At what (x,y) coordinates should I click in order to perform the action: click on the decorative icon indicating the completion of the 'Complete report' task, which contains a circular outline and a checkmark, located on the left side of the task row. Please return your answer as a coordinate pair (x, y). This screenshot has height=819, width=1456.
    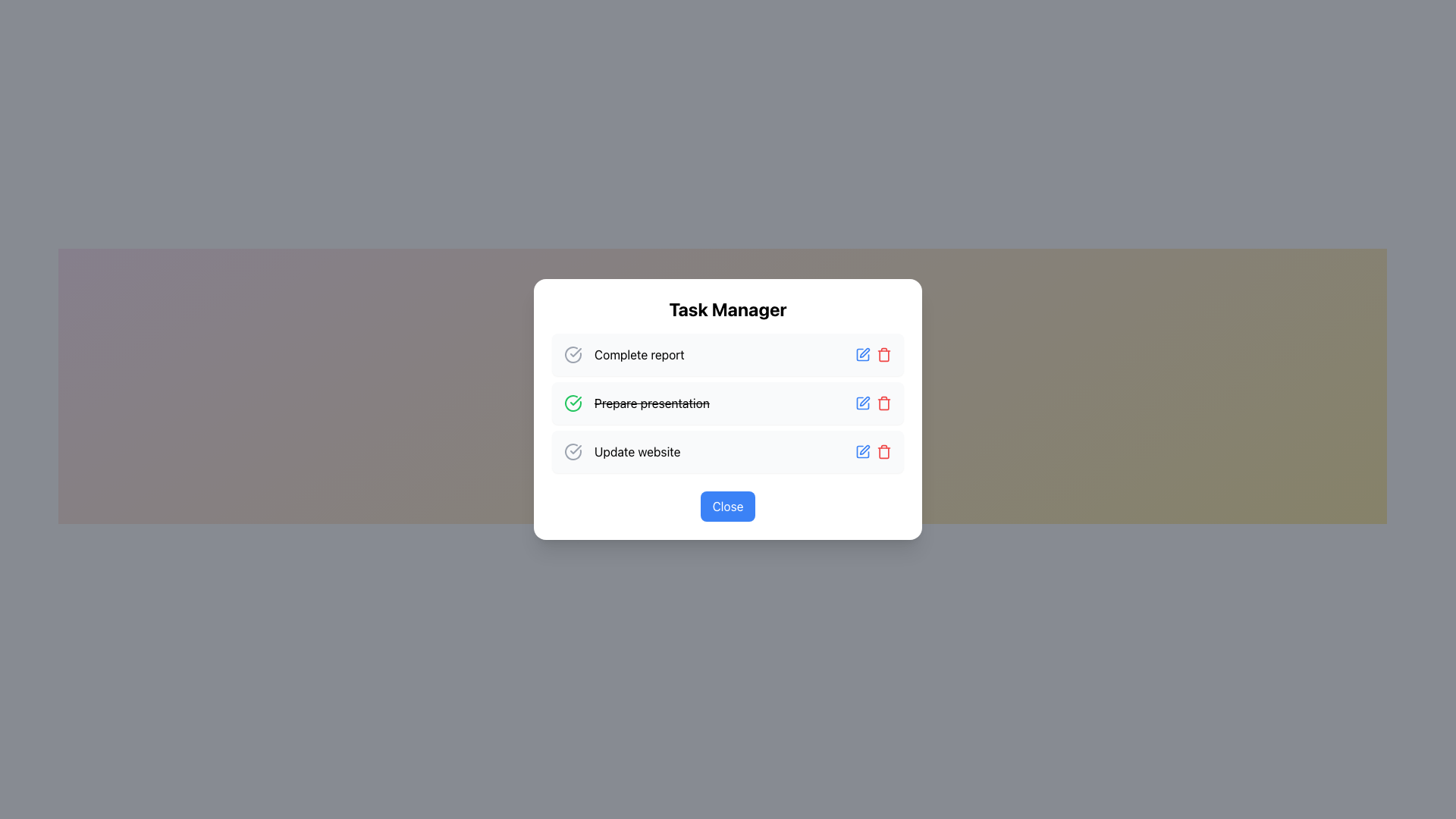
    Looking at the image, I should click on (572, 451).